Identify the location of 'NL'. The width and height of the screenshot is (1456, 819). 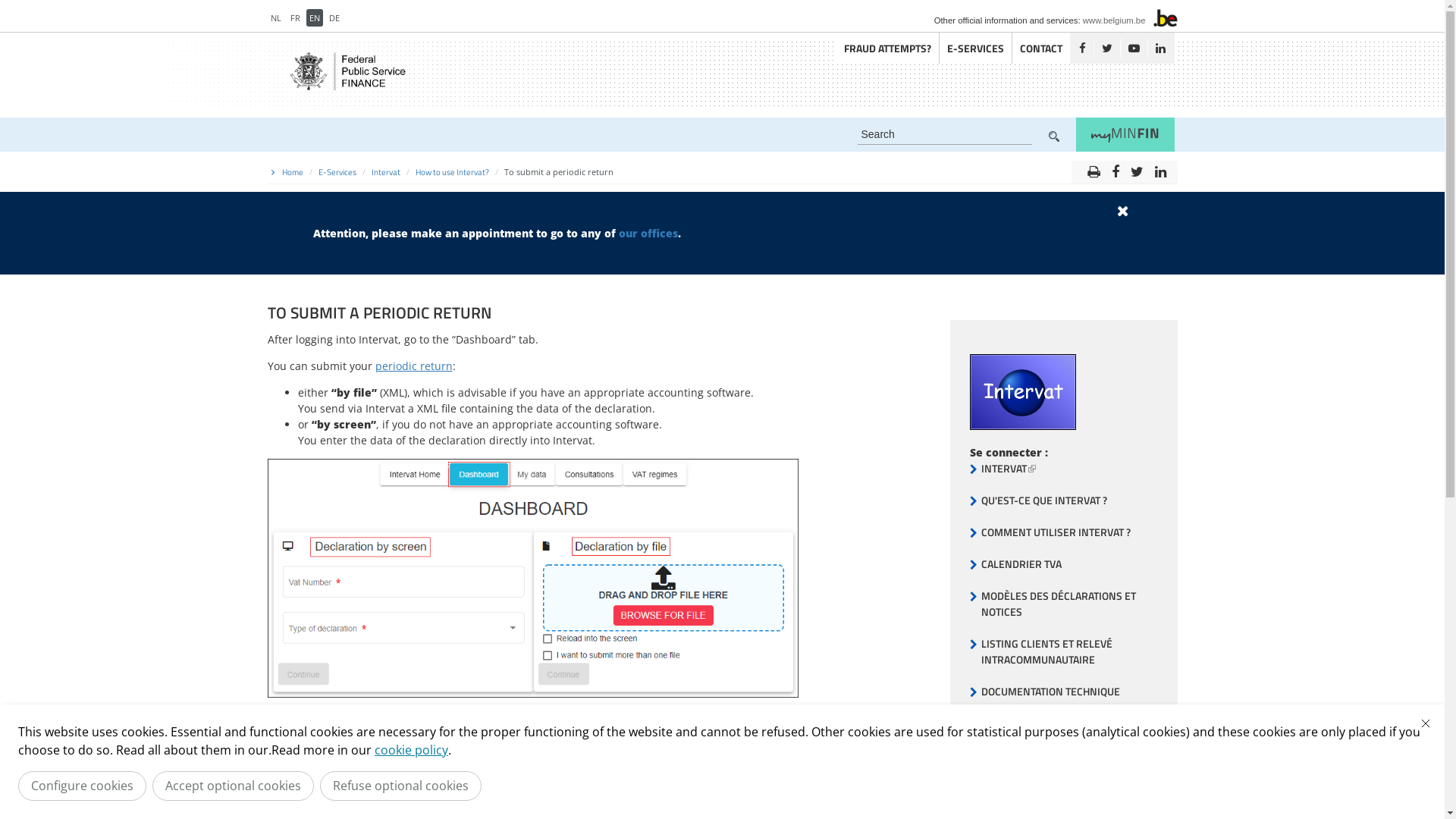
(275, 17).